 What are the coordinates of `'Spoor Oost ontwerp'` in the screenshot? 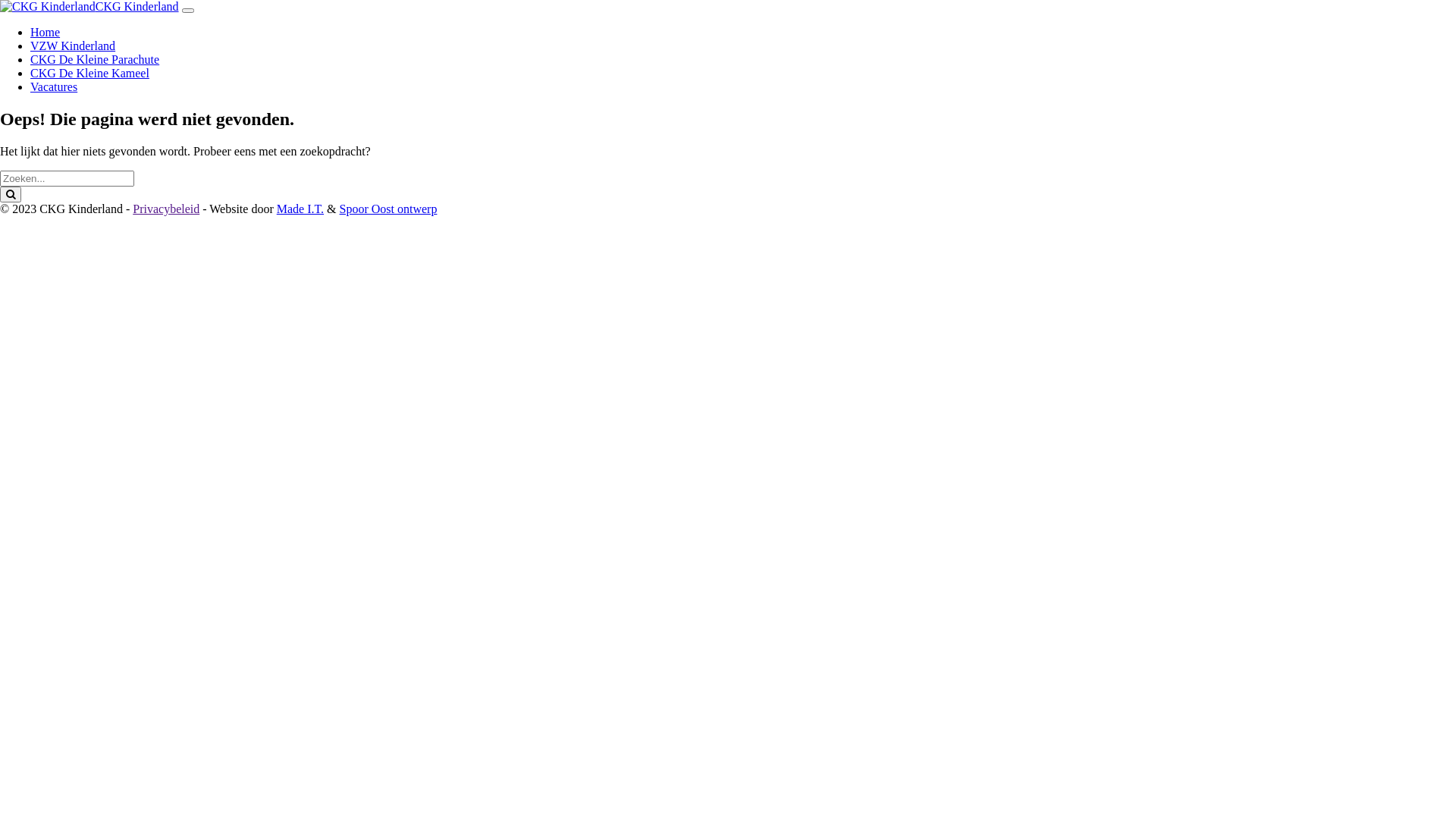 It's located at (338, 209).